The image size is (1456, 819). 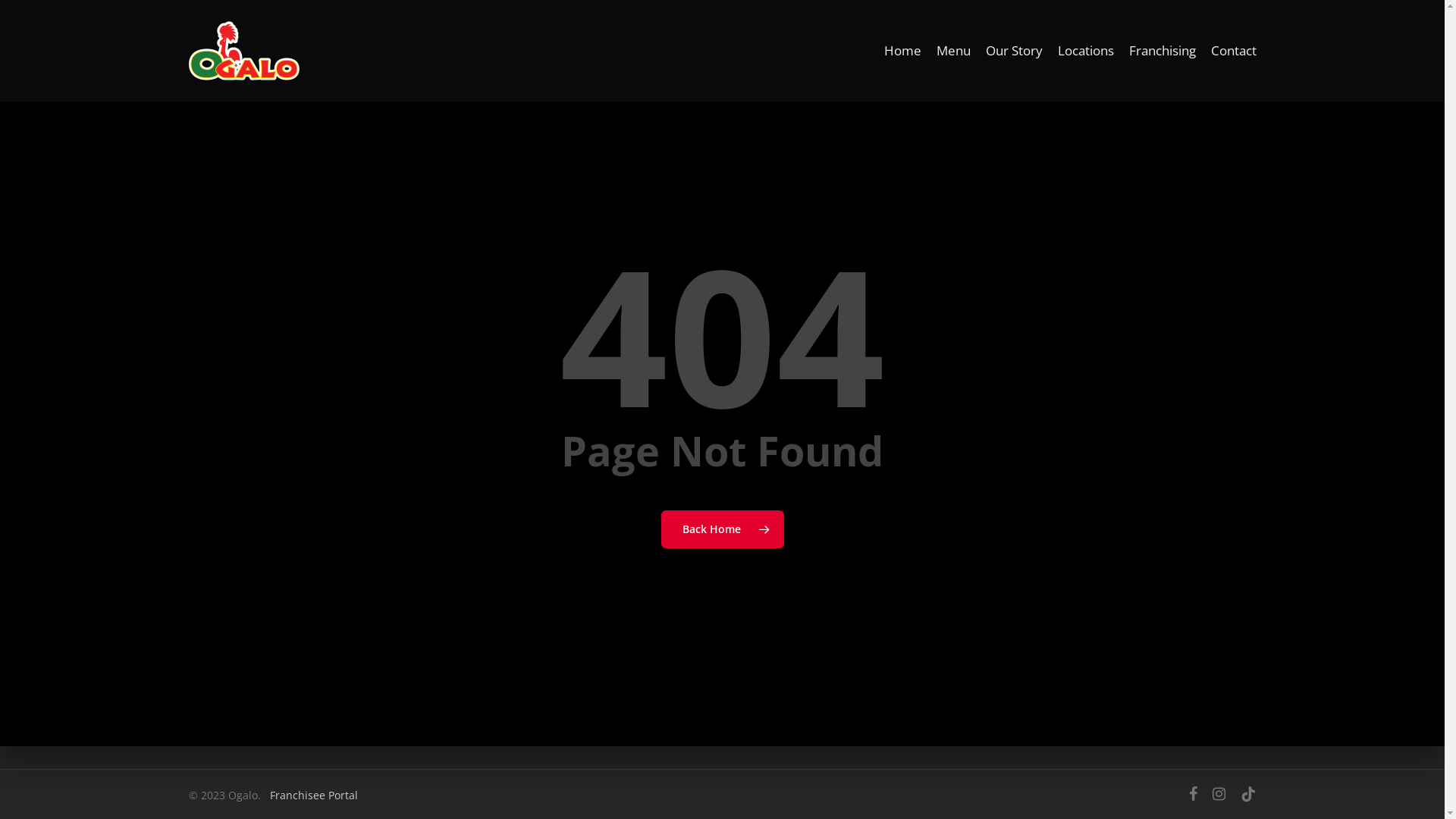 What do you see at coordinates (952, 49) in the screenshot?
I see `'Menu'` at bounding box center [952, 49].